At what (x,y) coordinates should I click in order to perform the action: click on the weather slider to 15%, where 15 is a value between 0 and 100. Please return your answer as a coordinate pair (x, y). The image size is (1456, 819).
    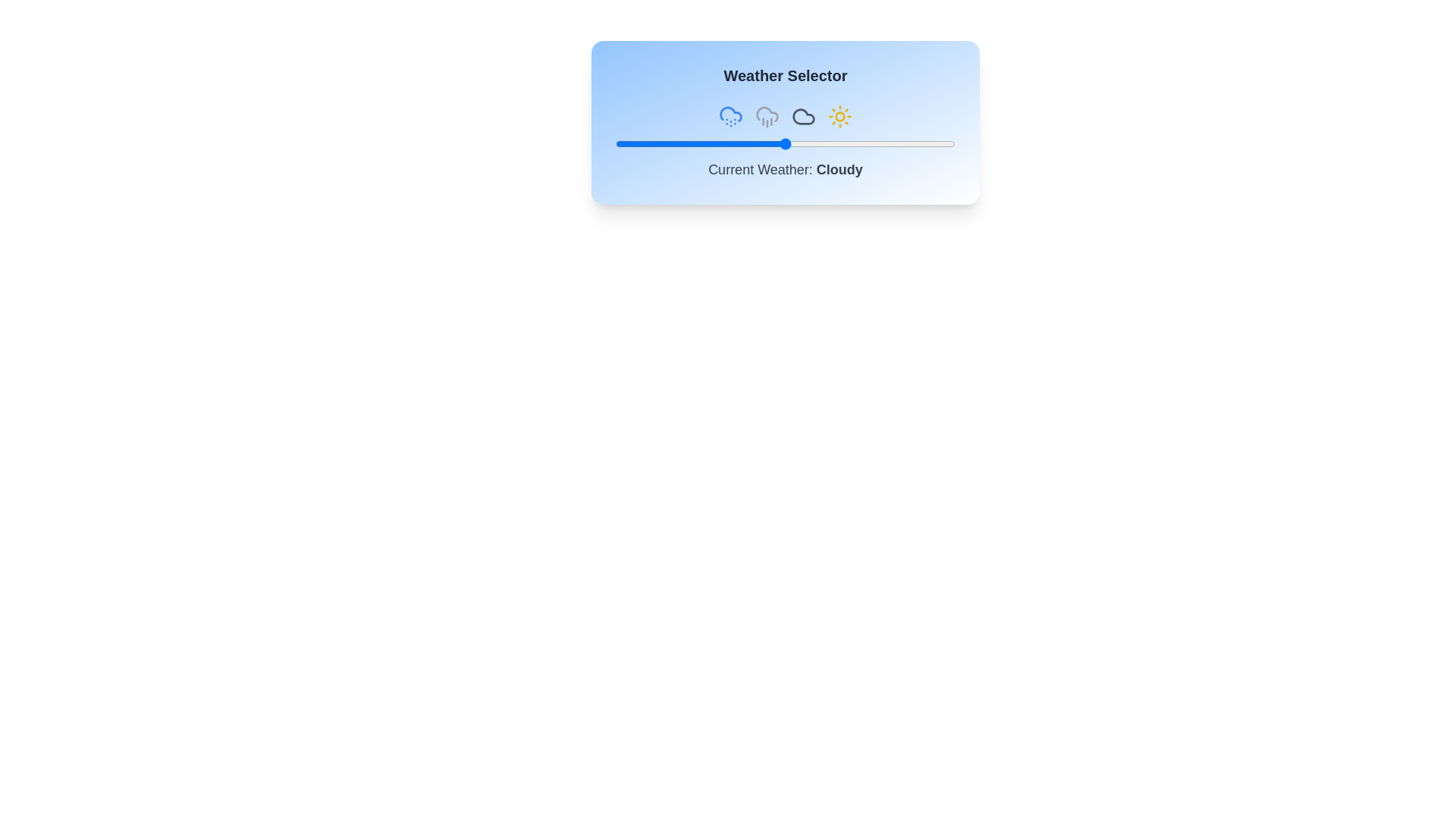
    Looking at the image, I should click on (667, 143).